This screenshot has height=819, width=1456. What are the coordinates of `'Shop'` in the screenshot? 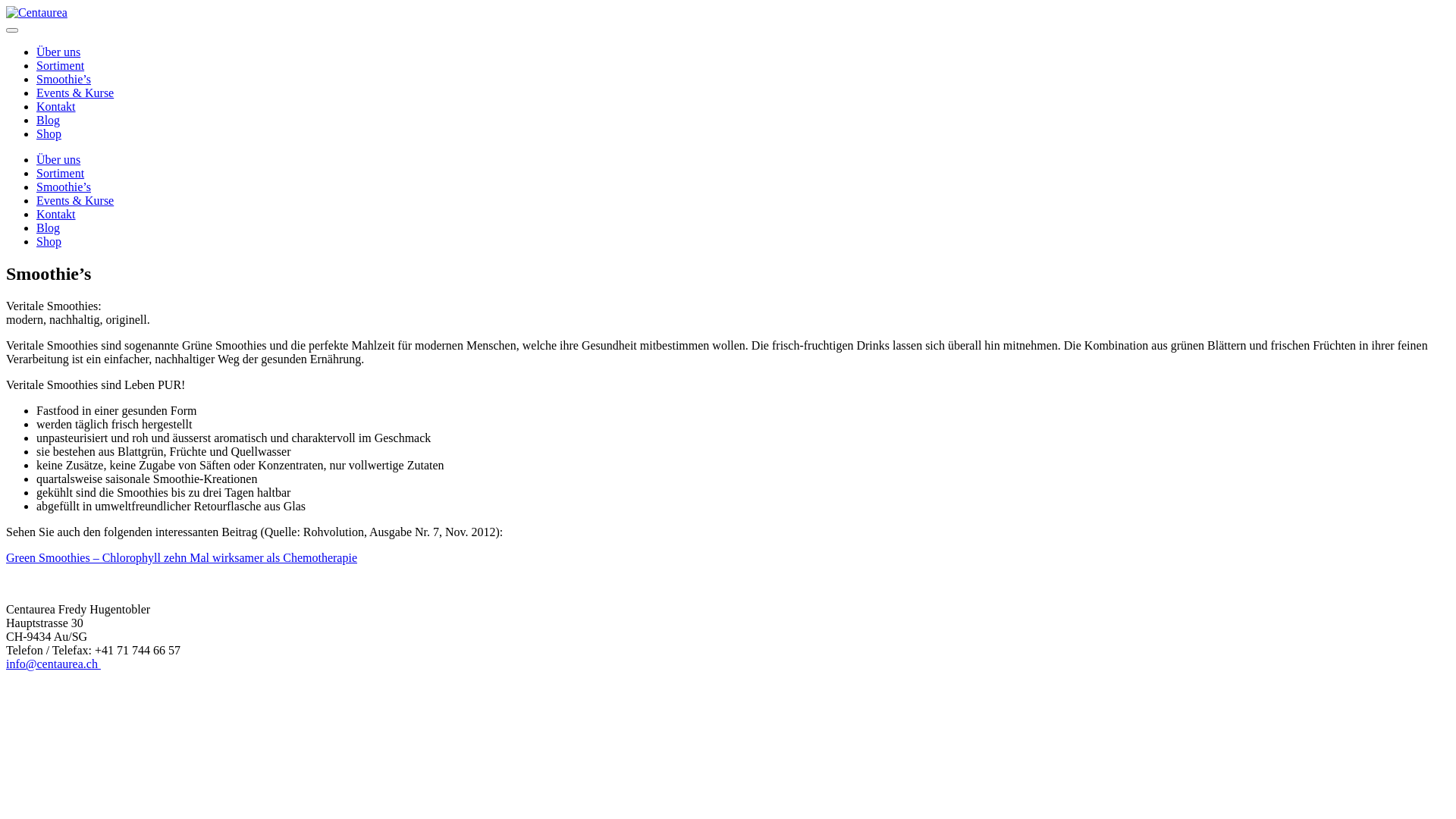 It's located at (49, 133).